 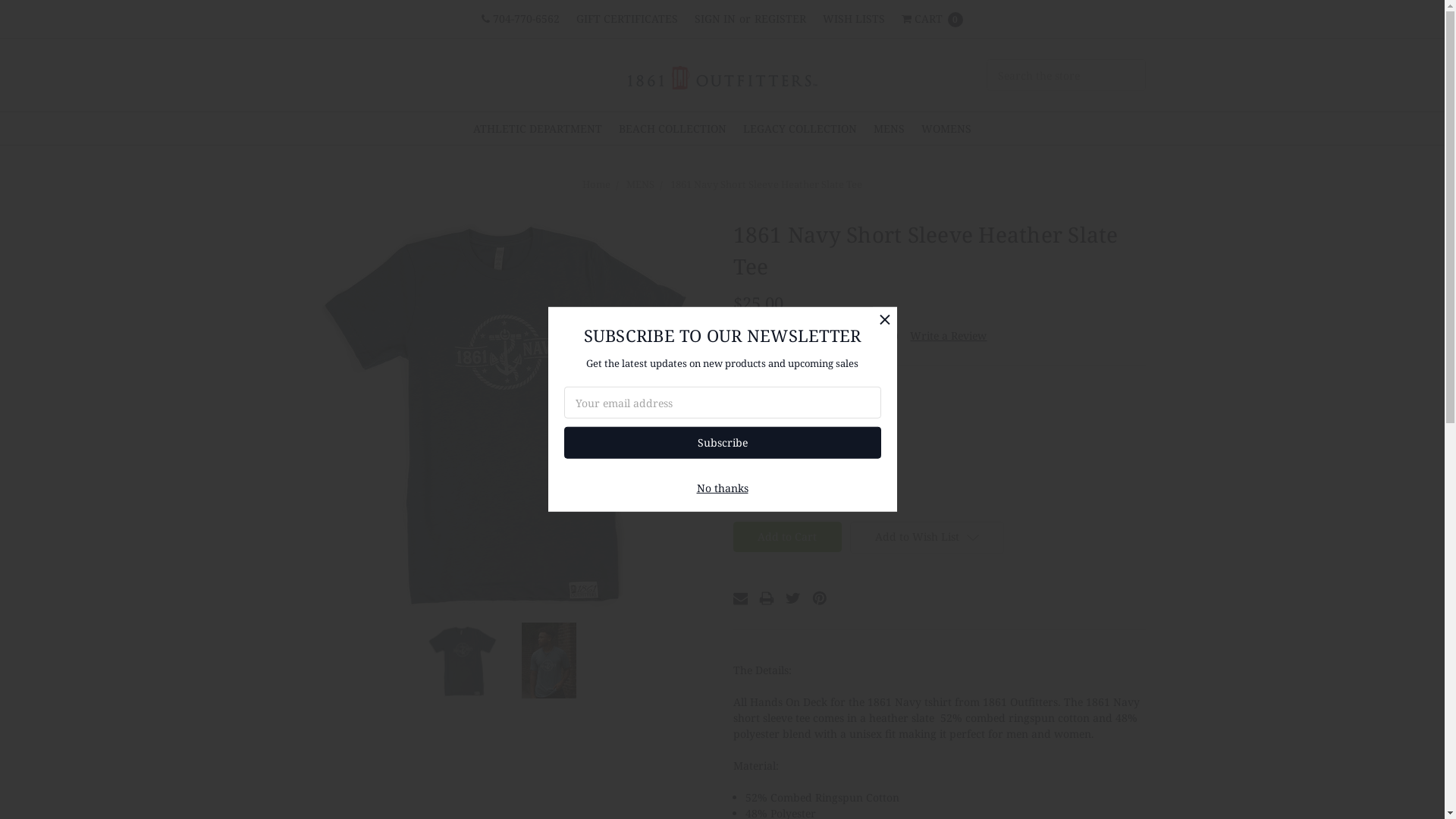 What do you see at coordinates (789, 497) in the screenshot?
I see `'Increase Quantity:'` at bounding box center [789, 497].